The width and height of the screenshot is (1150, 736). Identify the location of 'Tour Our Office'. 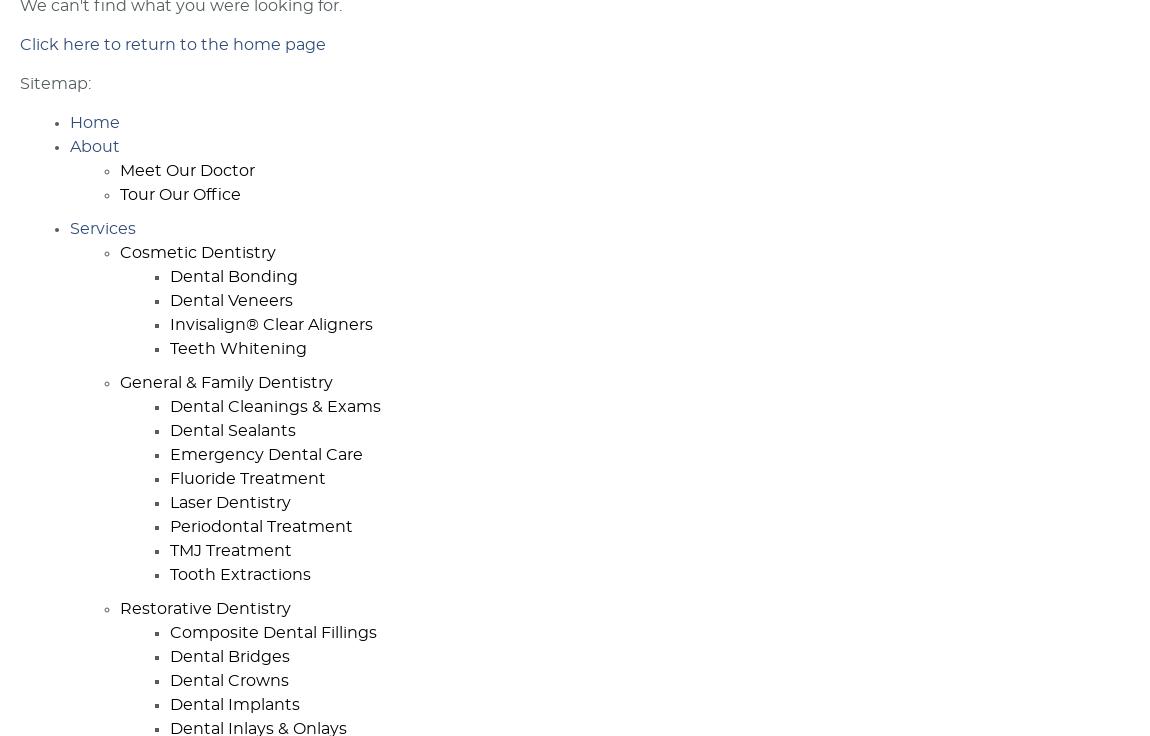
(179, 193).